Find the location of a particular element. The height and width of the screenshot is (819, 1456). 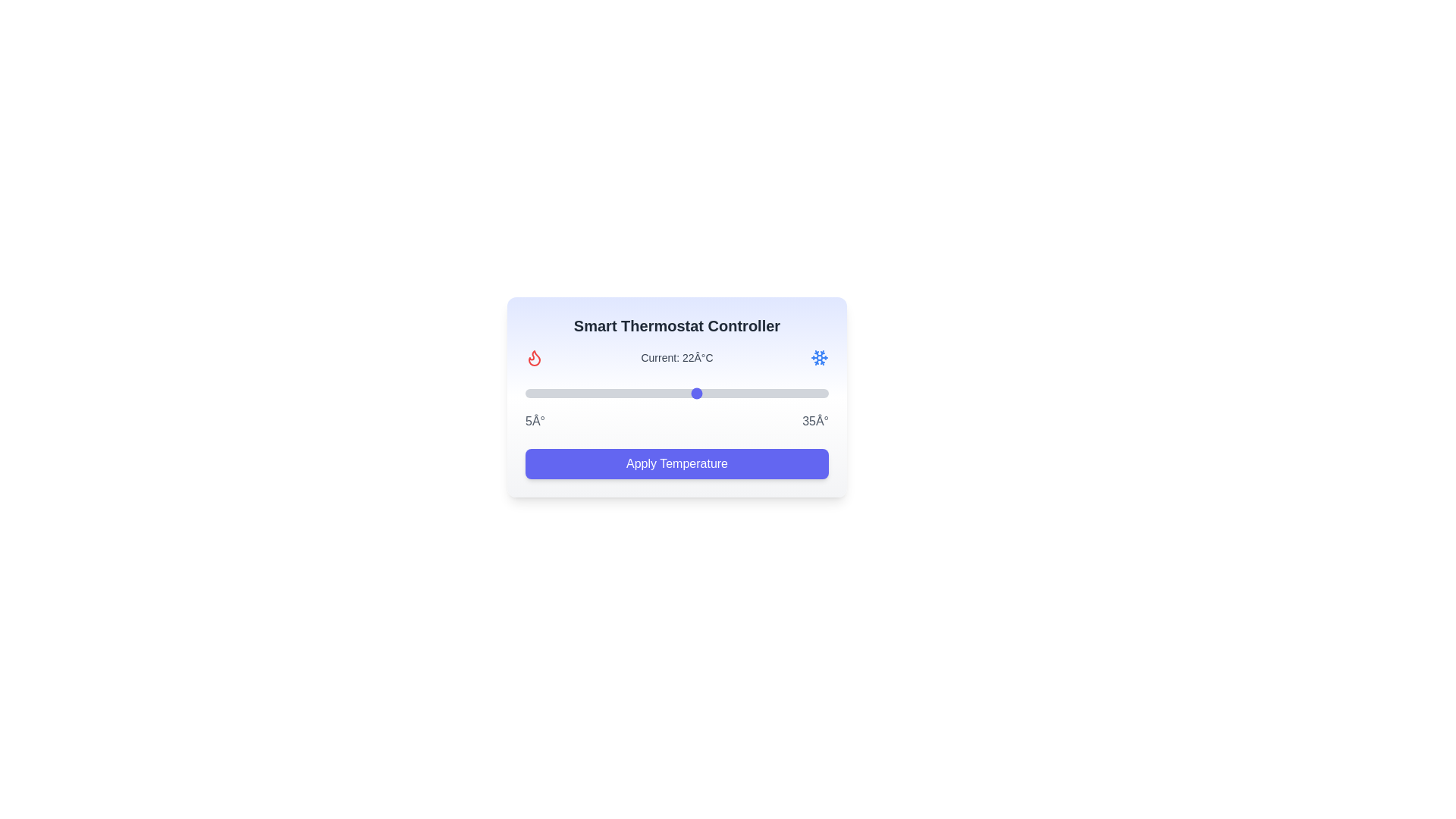

the flame icon to interact with it is located at coordinates (535, 357).